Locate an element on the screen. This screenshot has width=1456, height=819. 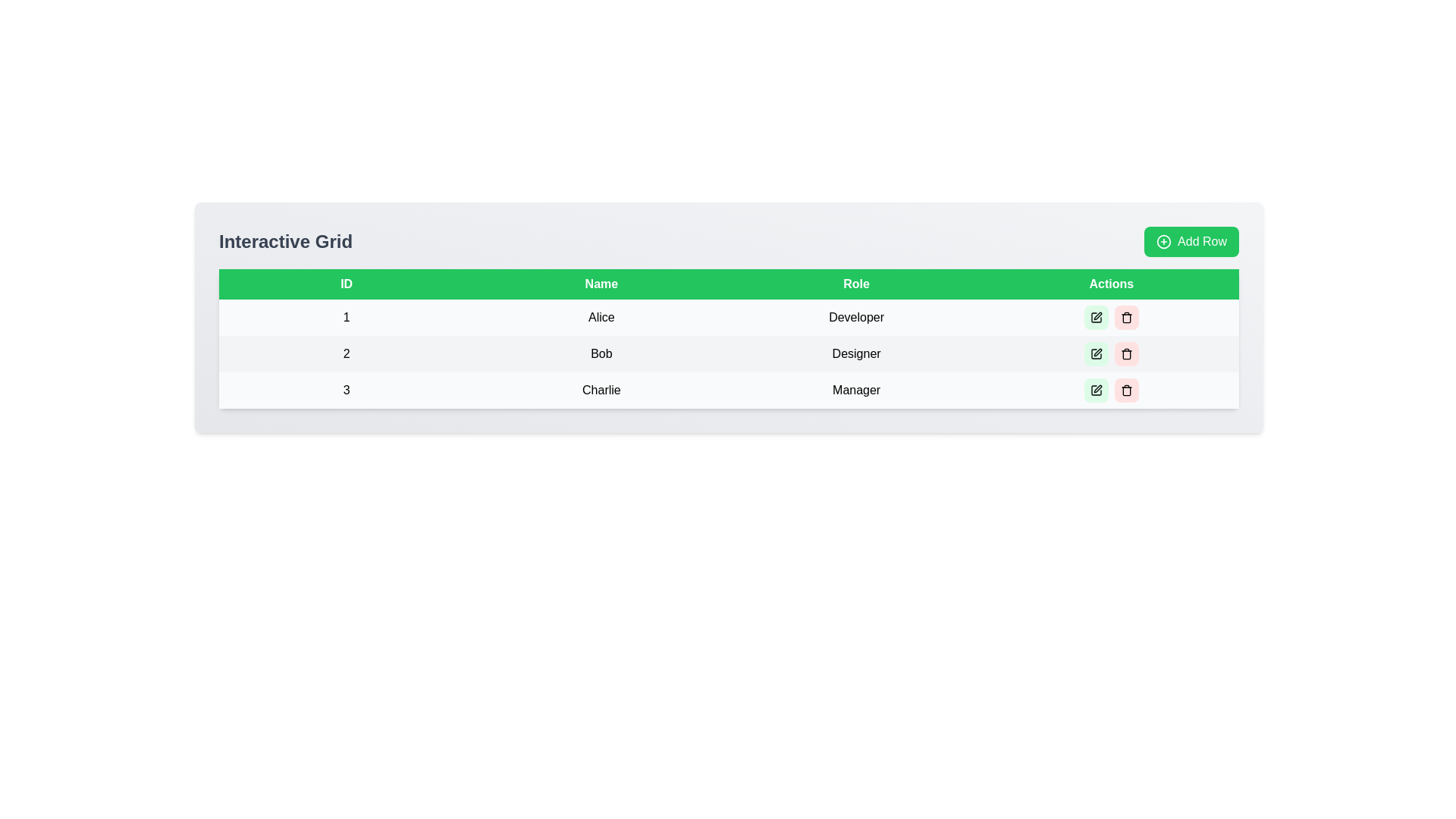
the Icon button for editing in the Actions column of the grid corresponding to user 'Charlie' is located at coordinates (1097, 388).